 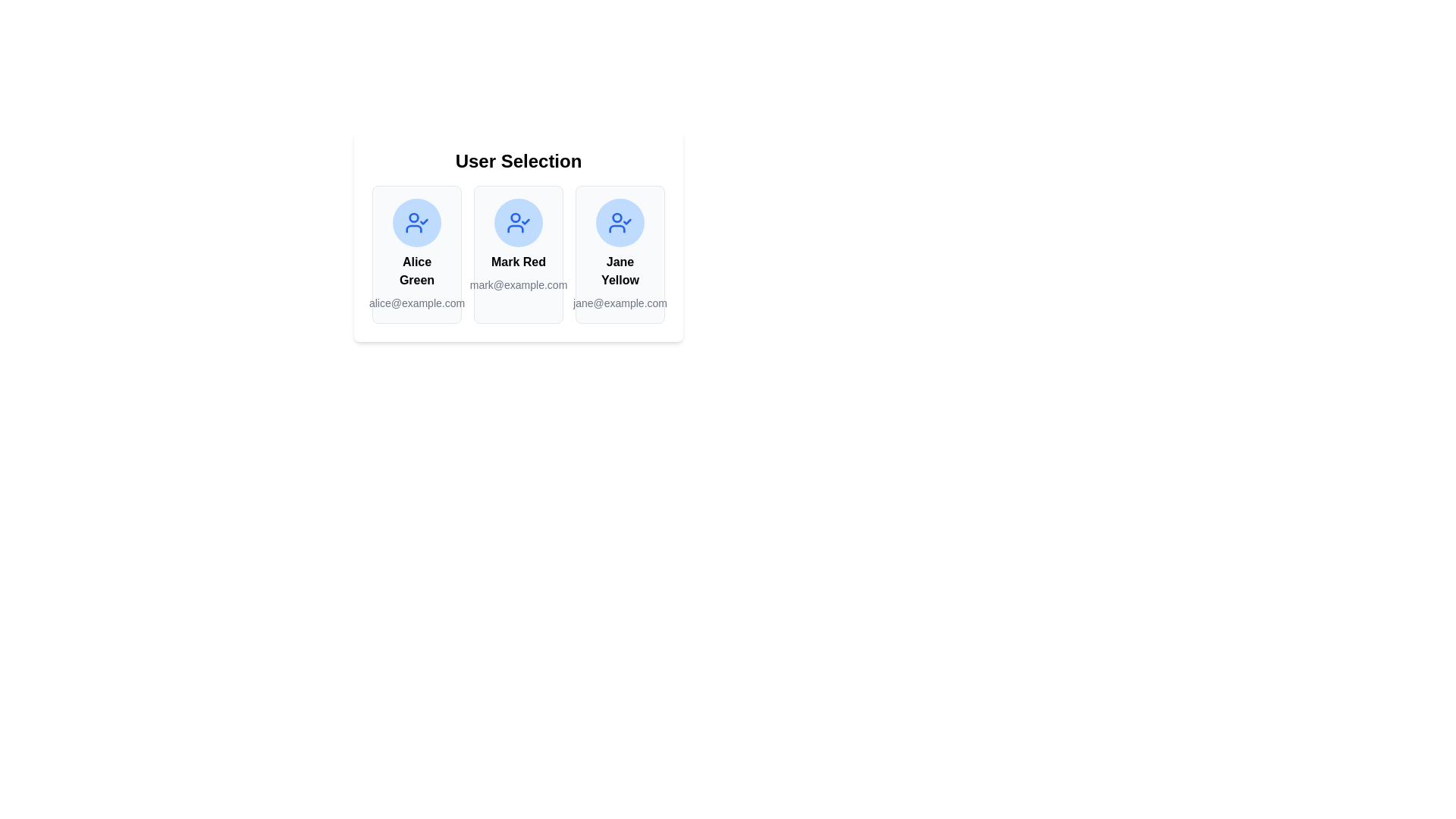 I want to click on the text label displaying the email address of user 'Alice Green', located in the bottom section of the leftmost card, directly beneath the name text, so click(x=417, y=303).